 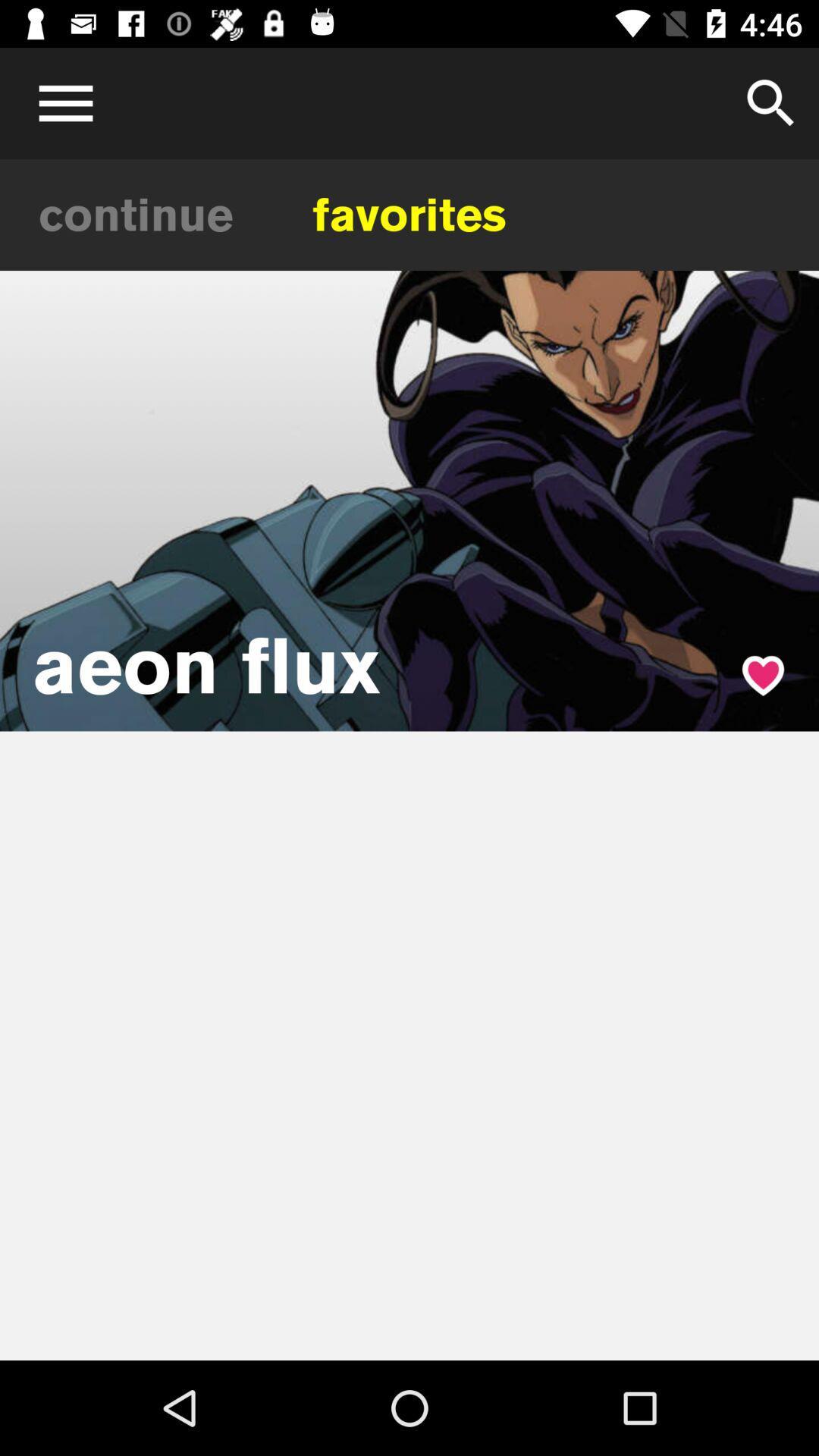 What do you see at coordinates (60, 102) in the screenshot?
I see `open menu` at bounding box center [60, 102].